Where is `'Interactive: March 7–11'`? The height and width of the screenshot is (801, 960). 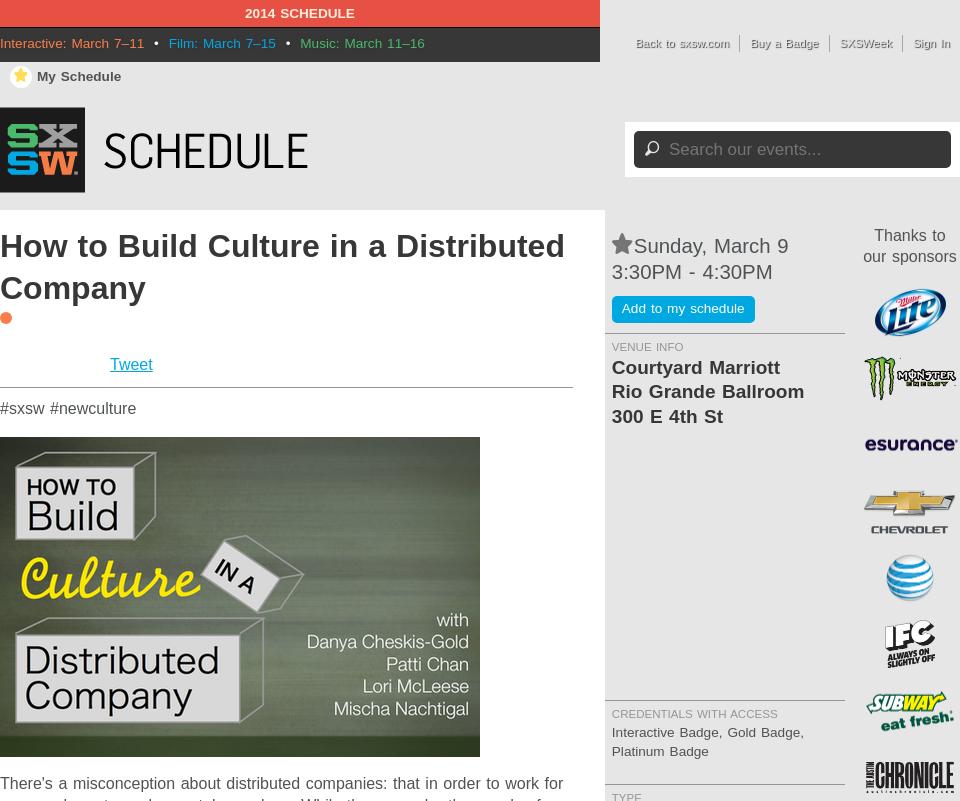 'Interactive: March 7–11' is located at coordinates (0, 42).